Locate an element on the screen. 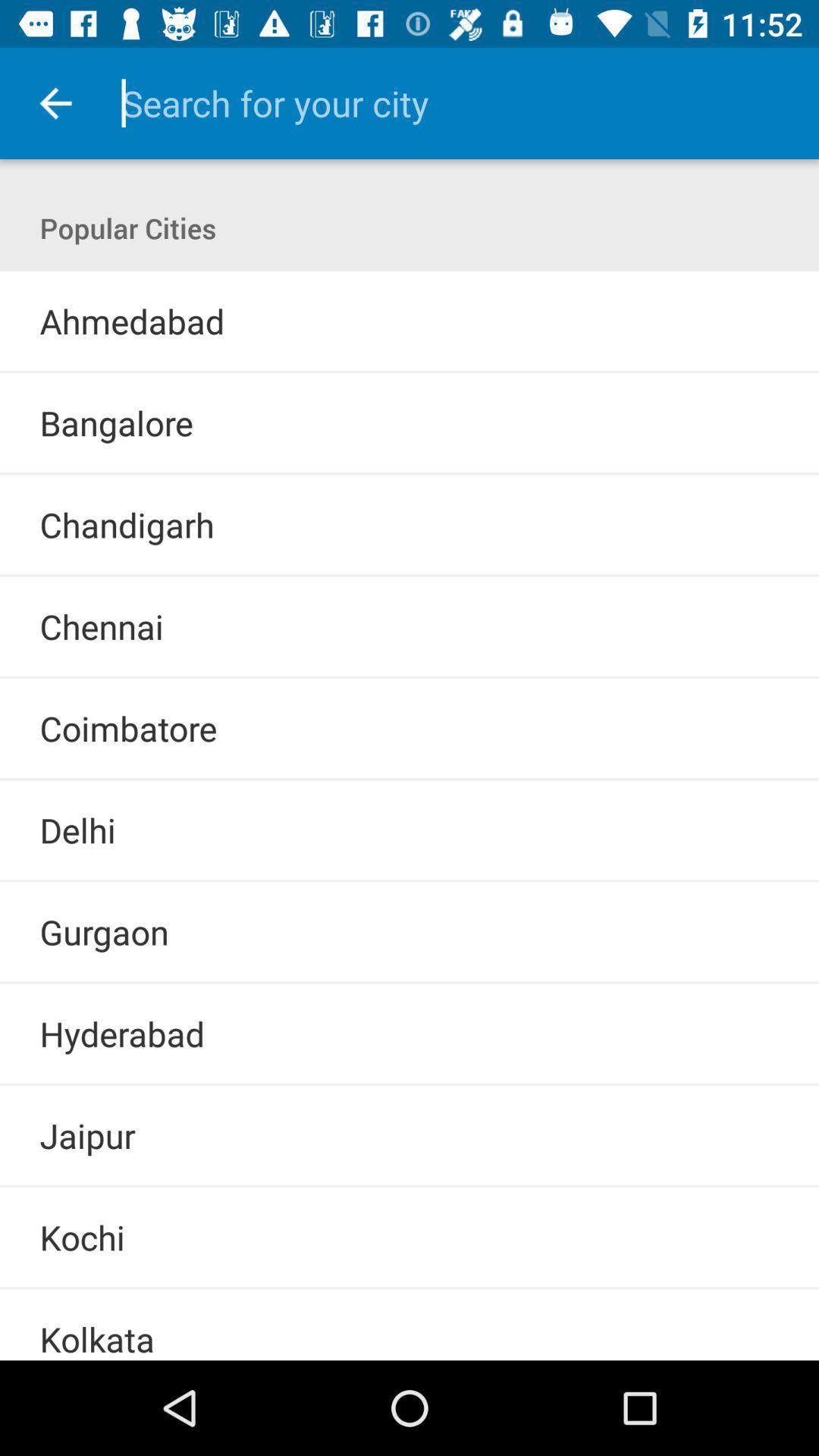 The image size is (819, 1456). the ahmedabad item is located at coordinates (131, 320).